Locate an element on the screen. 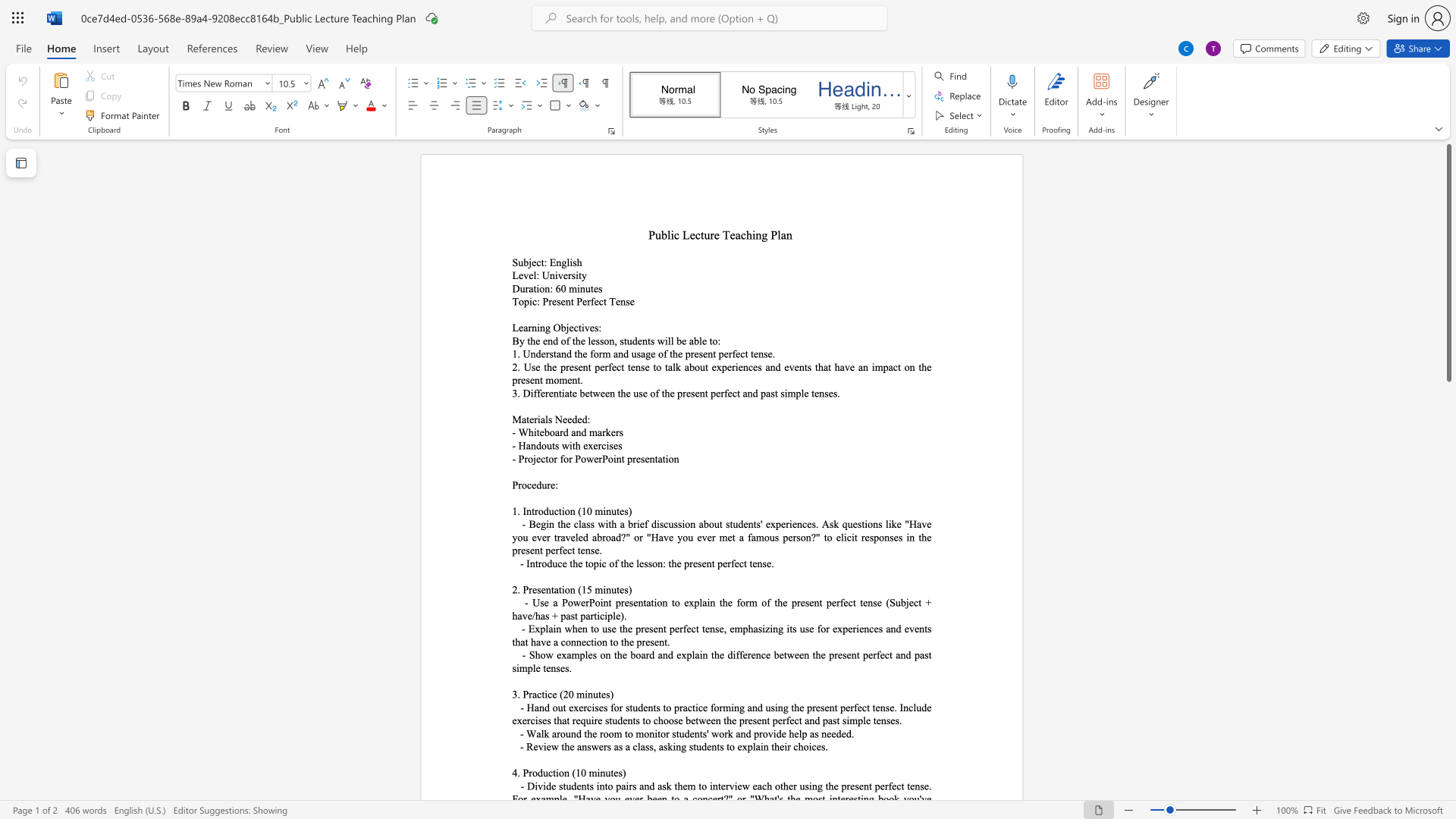 The width and height of the screenshot is (1456, 819). the space between the continuous character "N" and "e" in the text is located at coordinates (560, 419).